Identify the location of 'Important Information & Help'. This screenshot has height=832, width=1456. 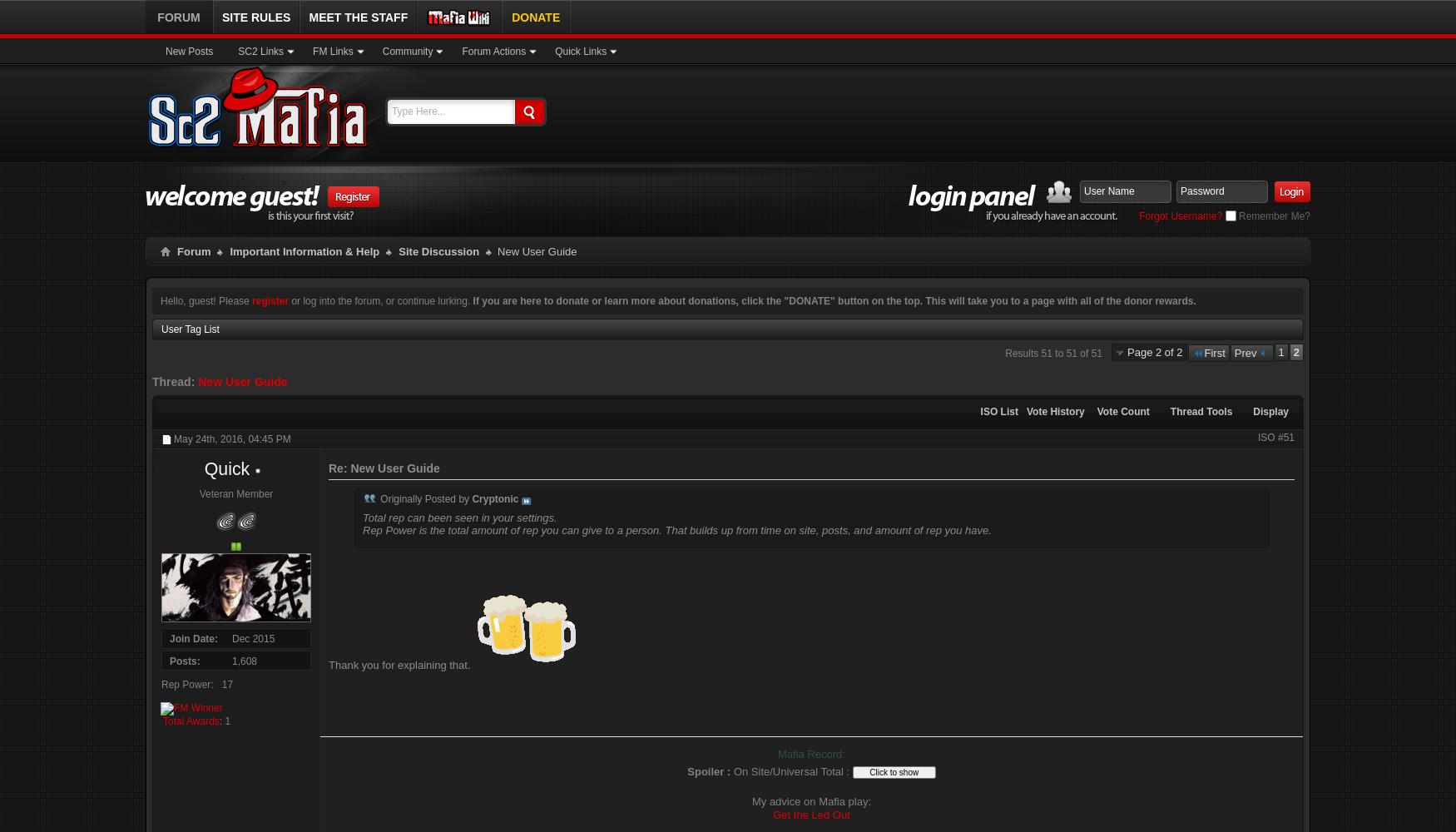
(304, 251).